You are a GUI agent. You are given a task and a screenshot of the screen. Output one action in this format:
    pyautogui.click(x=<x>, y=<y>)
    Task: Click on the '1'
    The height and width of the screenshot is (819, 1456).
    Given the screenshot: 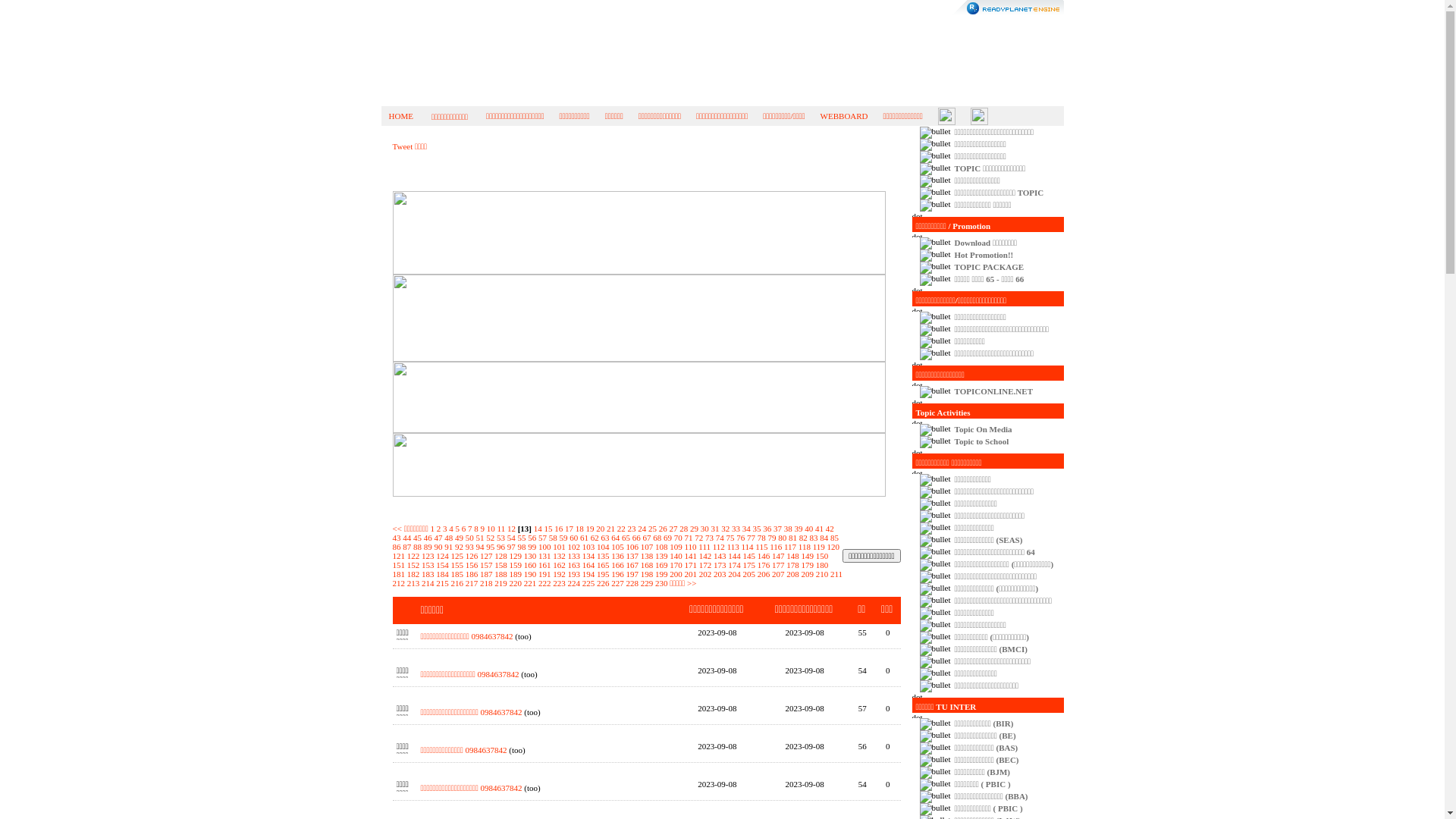 What is the action you would take?
    pyautogui.click(x=432, y=528)
    